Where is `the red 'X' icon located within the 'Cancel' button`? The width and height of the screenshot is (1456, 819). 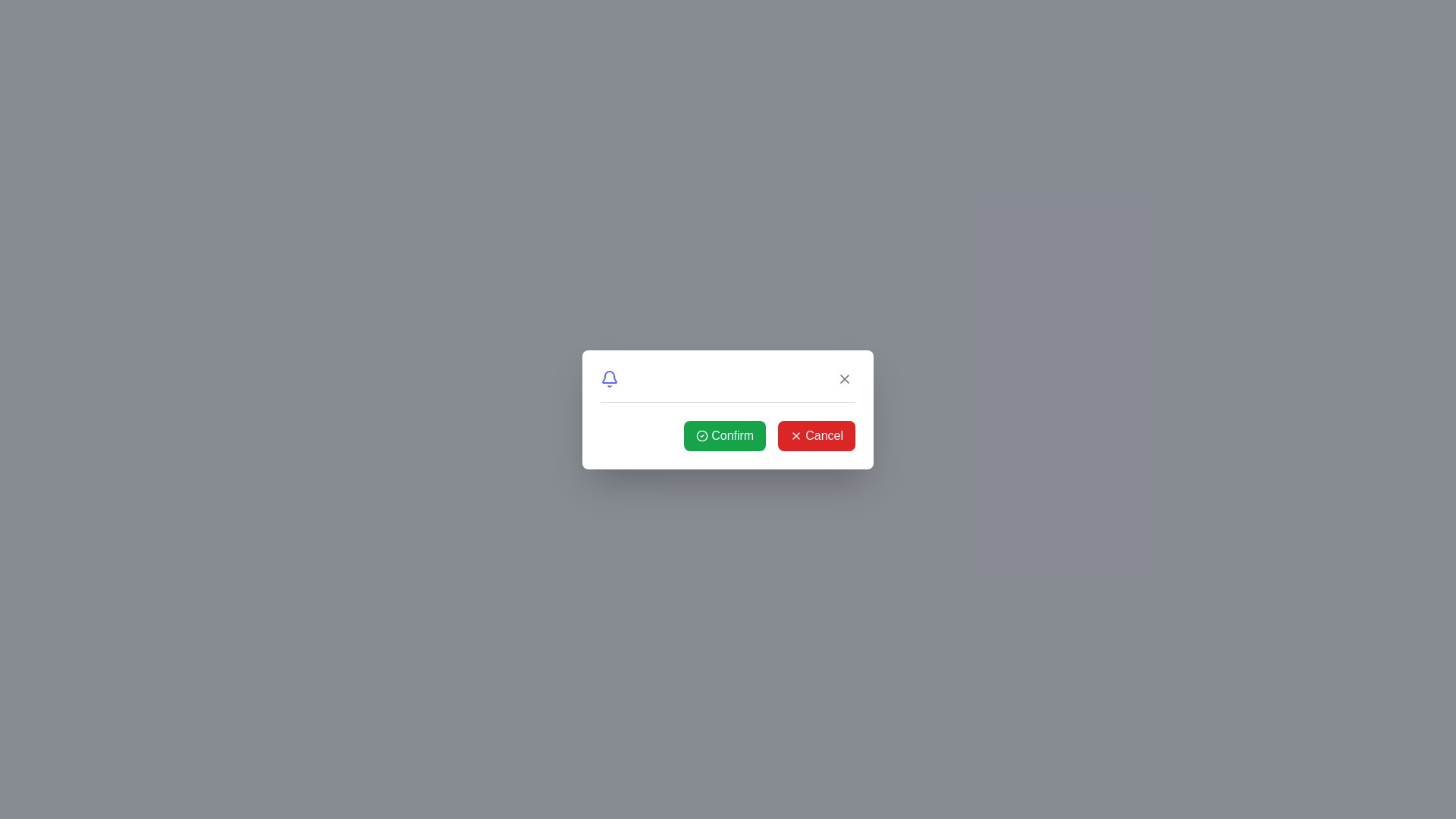
the red 'X' icon located within the 'Cancel' button is located at coordinates (795, 435).